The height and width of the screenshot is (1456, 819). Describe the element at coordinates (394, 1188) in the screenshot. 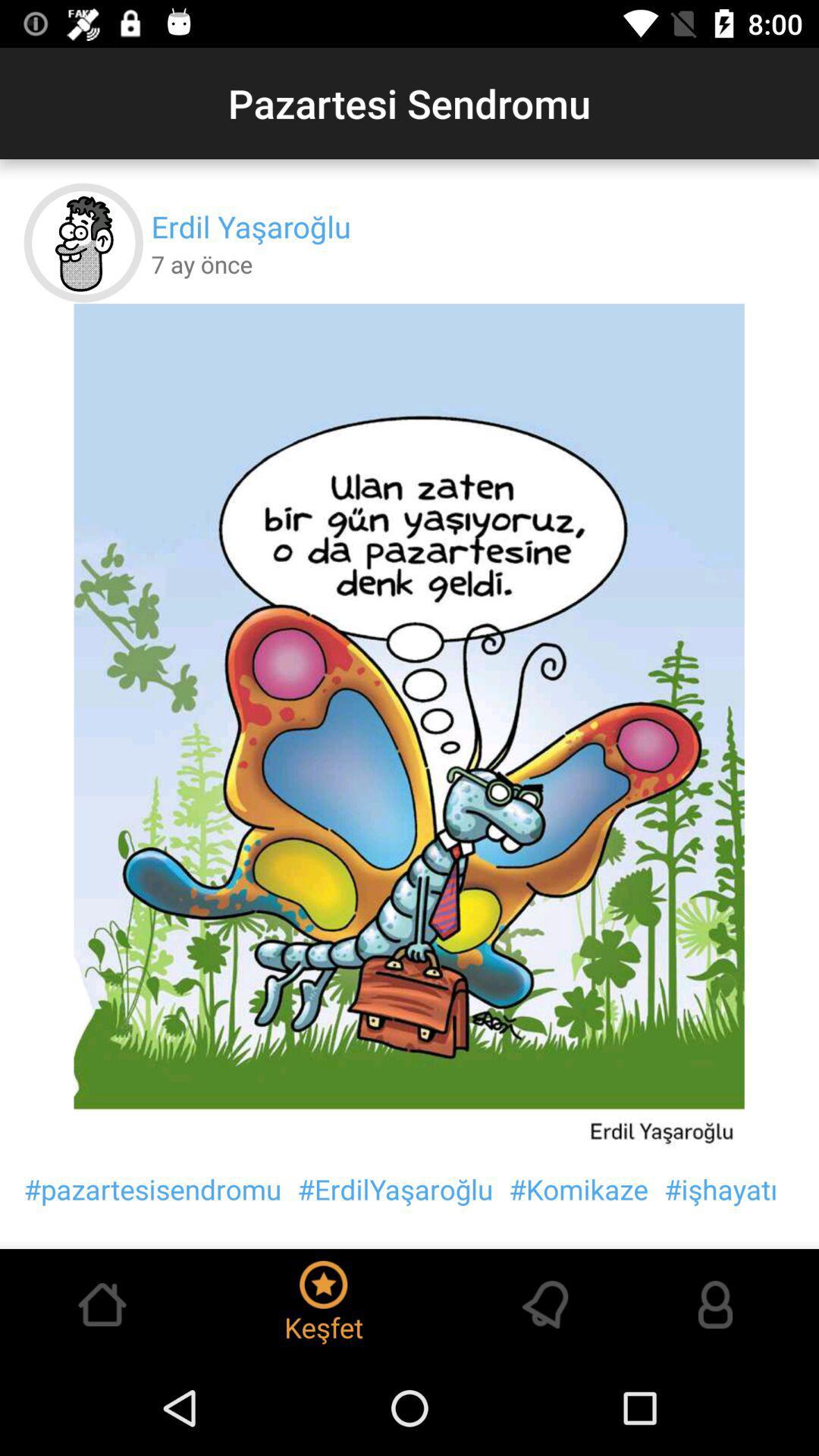

I see `the icon to the left of #komikaze item` at that location.